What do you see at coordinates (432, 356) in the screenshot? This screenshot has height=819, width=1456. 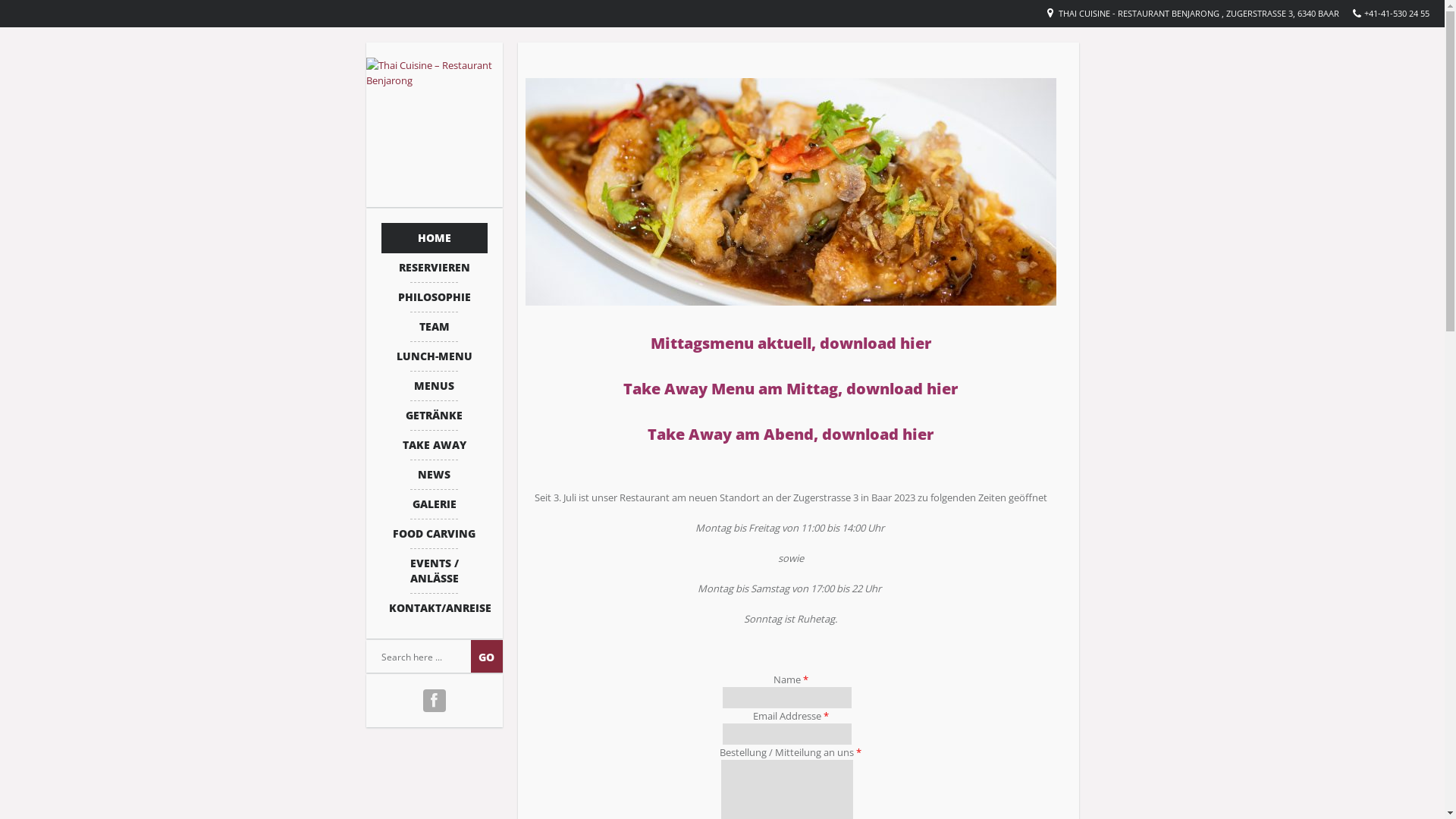 I see `'LUNCH-MENU'` at bounding box center [432, 356].